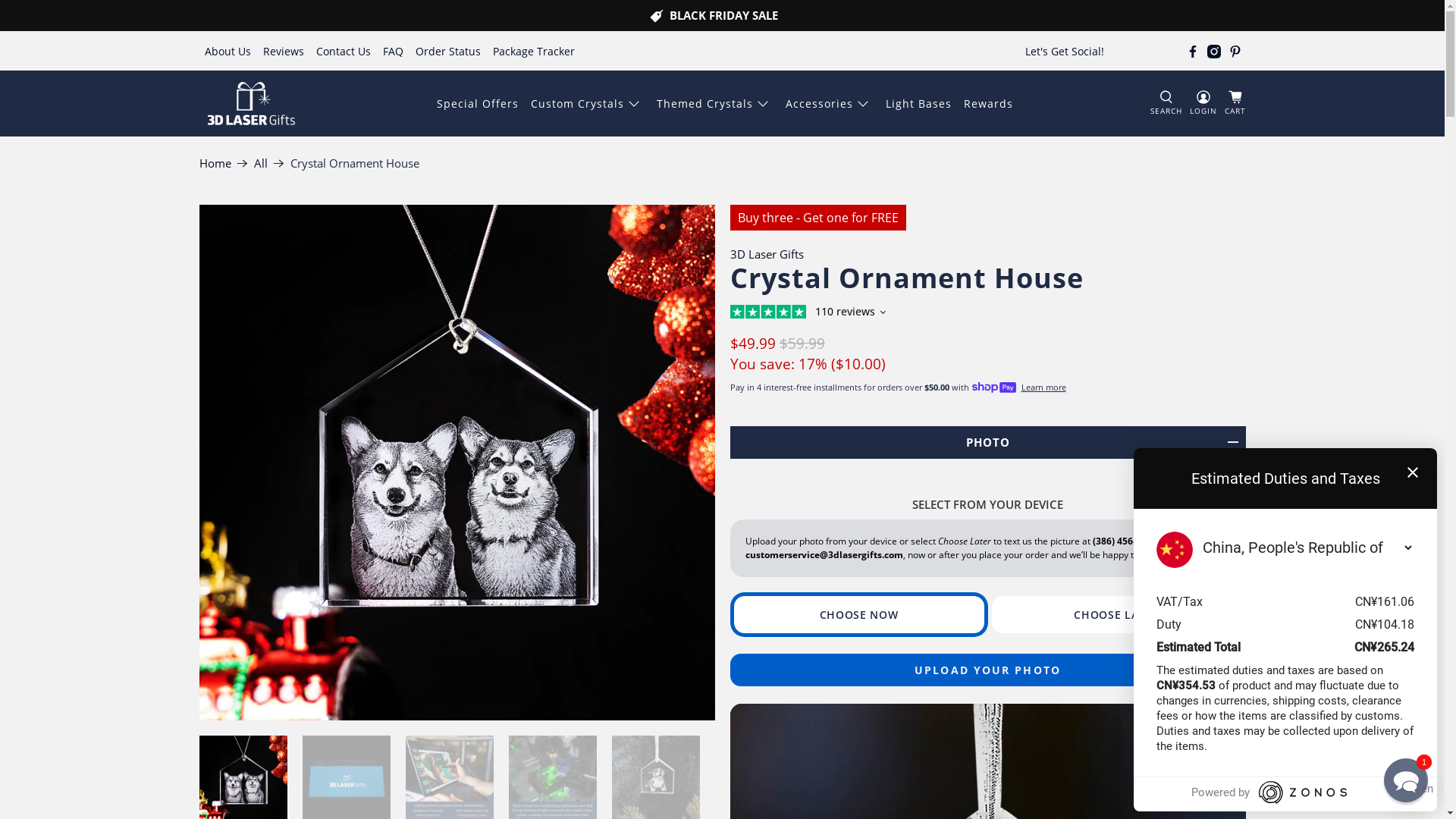 This screenshot has width=1456, height=819. I want to click on 'FAQ', so click(393, 50).